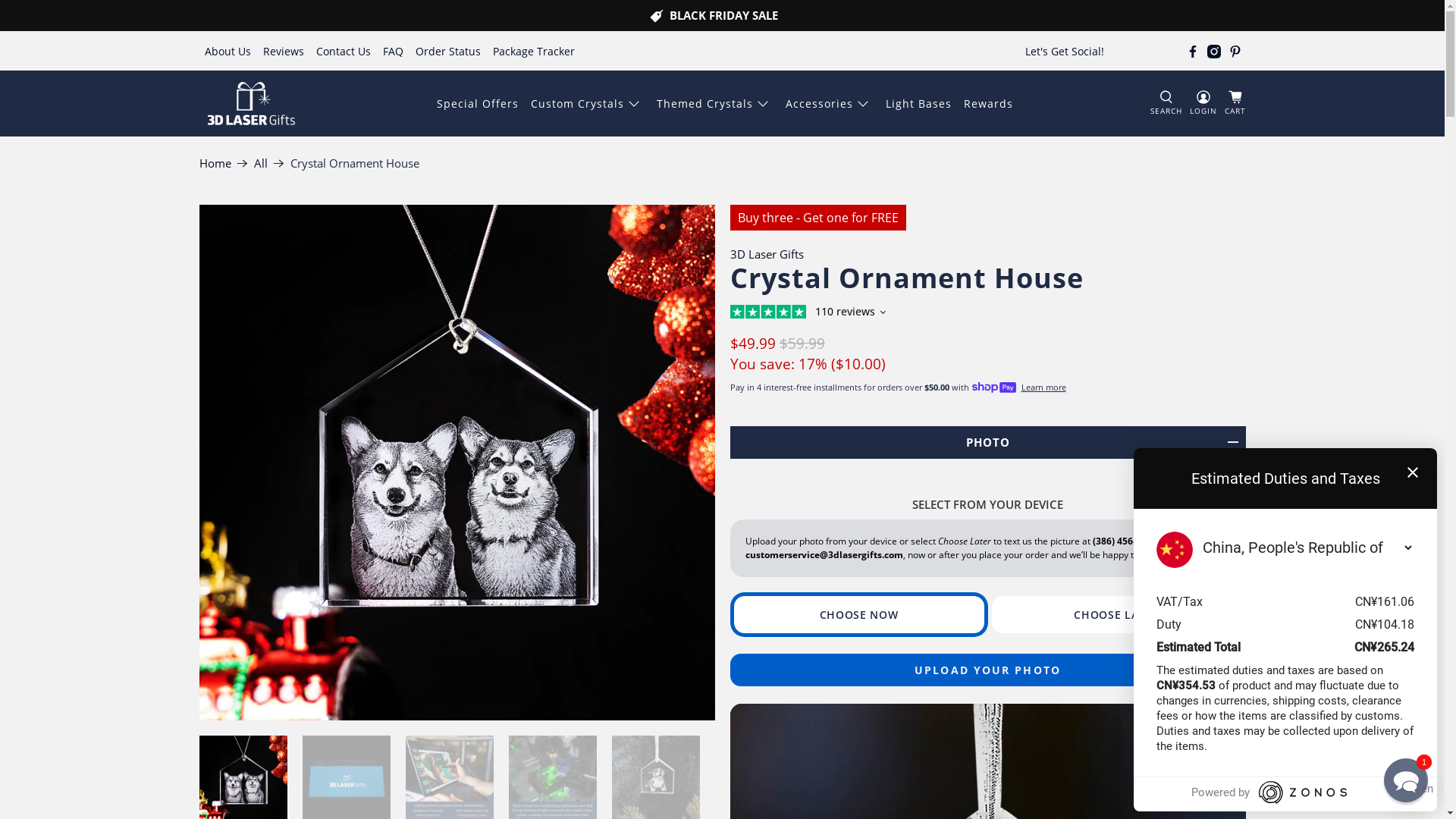 This screenshot has width=1456, height=819. I want to click on 'FAQ', so click(393, 50).